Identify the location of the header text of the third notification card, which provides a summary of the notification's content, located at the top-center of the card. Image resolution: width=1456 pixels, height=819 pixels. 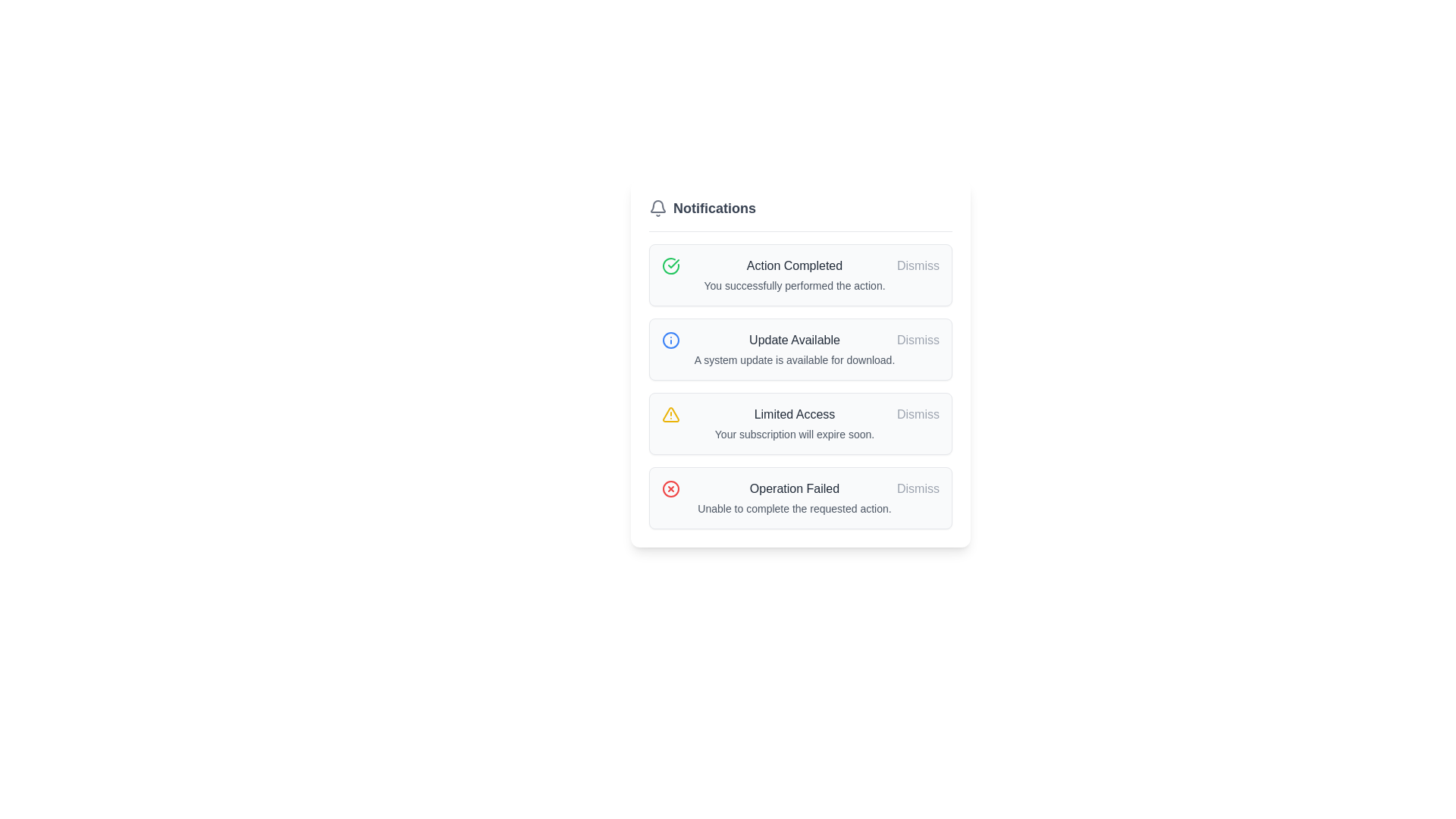
(793, 415).